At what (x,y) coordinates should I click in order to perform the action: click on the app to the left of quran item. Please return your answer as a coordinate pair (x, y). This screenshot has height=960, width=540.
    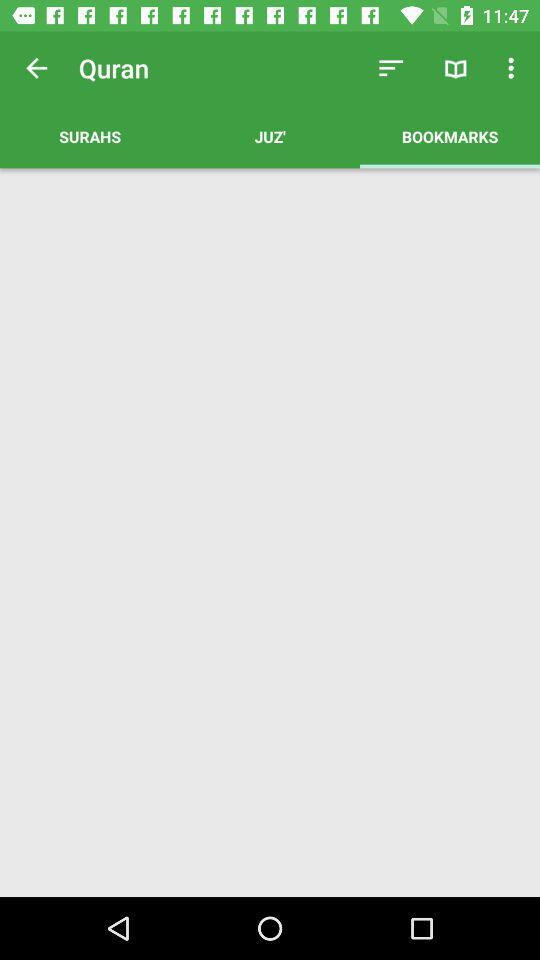
    Looking at the image, I should click on (36, 68).